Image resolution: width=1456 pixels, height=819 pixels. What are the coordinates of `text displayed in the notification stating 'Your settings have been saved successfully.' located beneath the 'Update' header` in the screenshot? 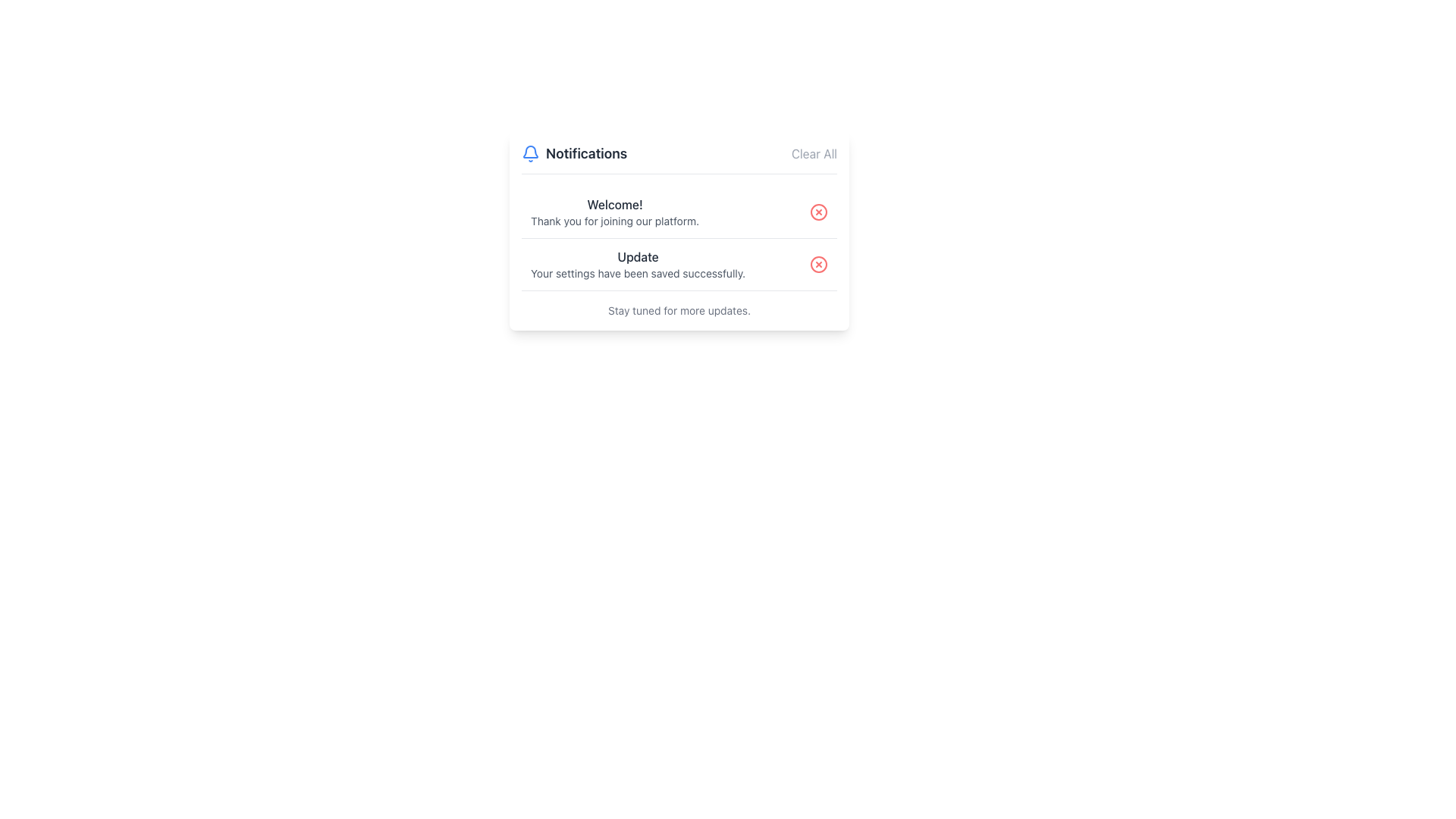 It's located at (638, 274).